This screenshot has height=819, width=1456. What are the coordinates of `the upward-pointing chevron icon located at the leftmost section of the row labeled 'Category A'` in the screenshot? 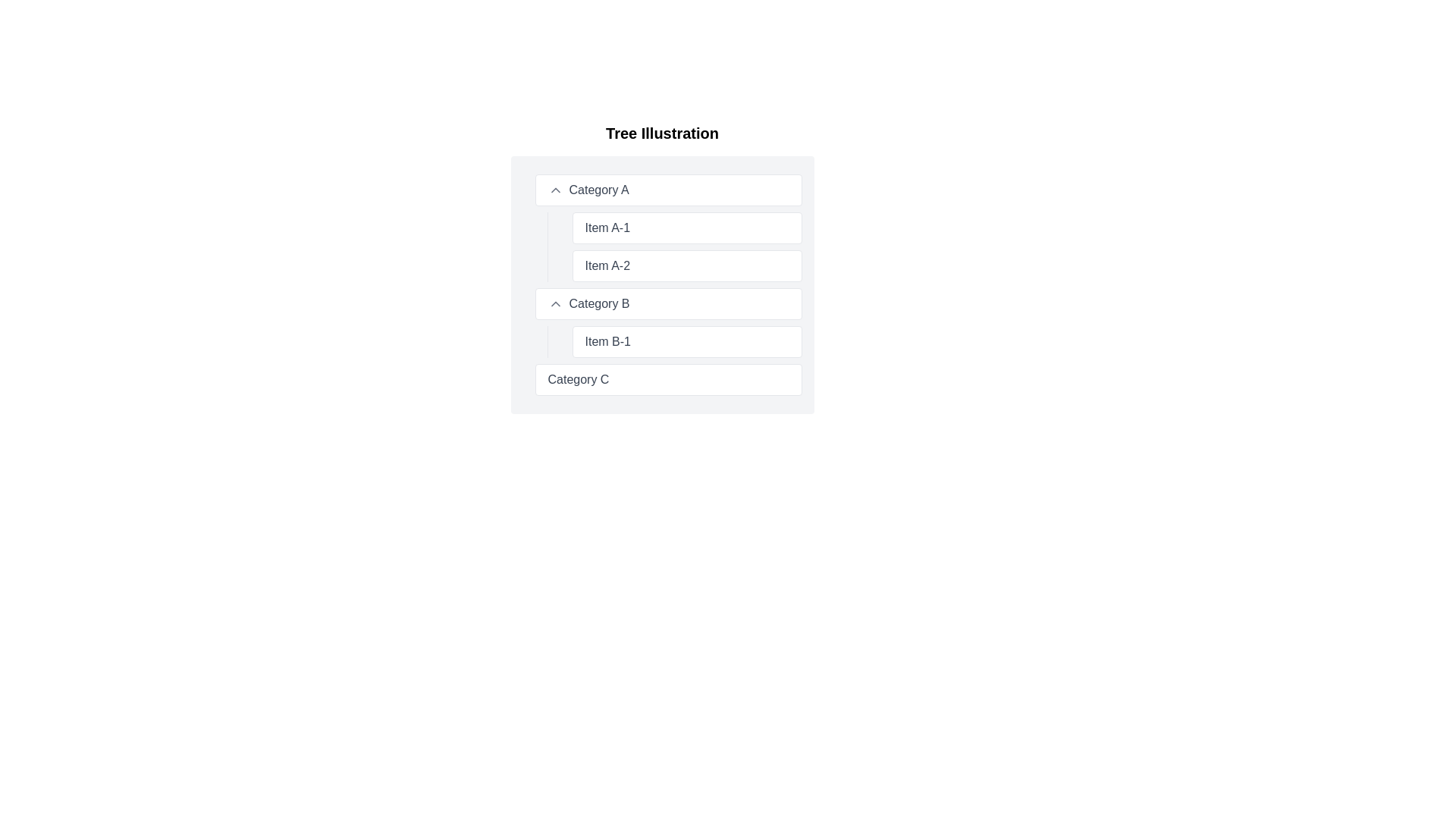 It's located at (554, 189).